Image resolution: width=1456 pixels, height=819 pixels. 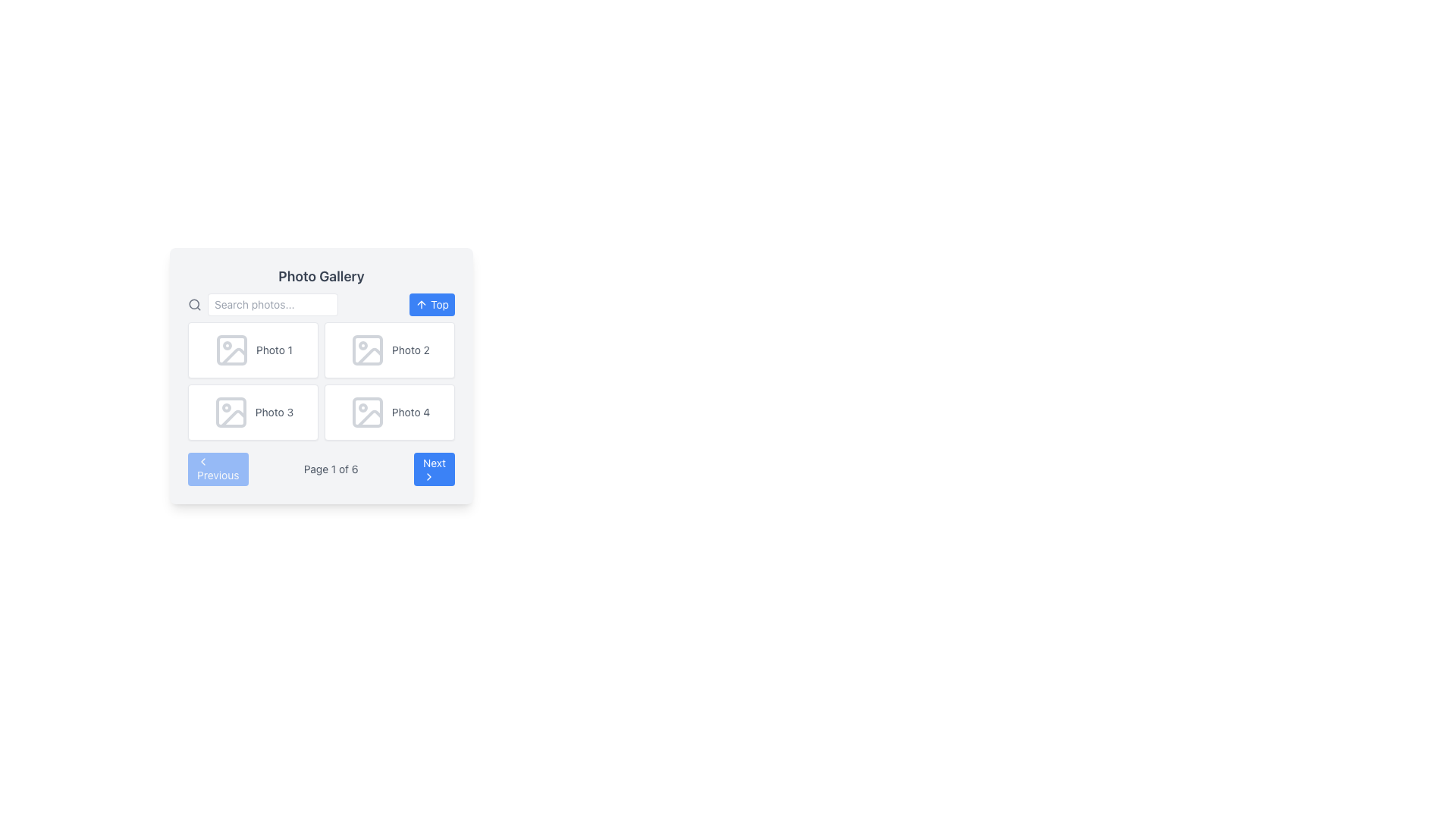 I want to click on the text label displaying 'Photo 4' located at the bottom-right of the photo entry grid, so click(x=411, y=412).